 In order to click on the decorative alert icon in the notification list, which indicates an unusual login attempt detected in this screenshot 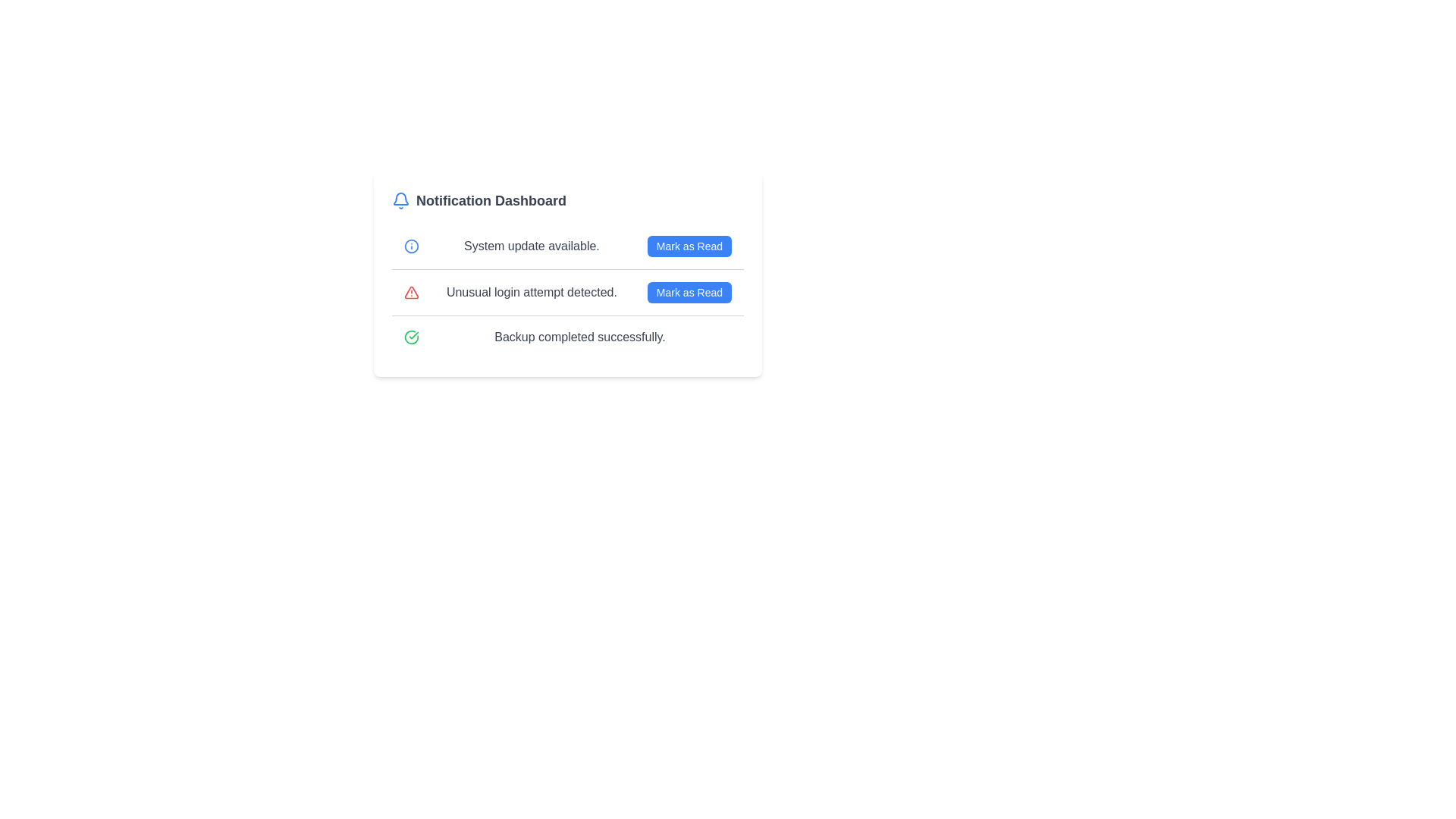, I will do `click(411, 292)`.